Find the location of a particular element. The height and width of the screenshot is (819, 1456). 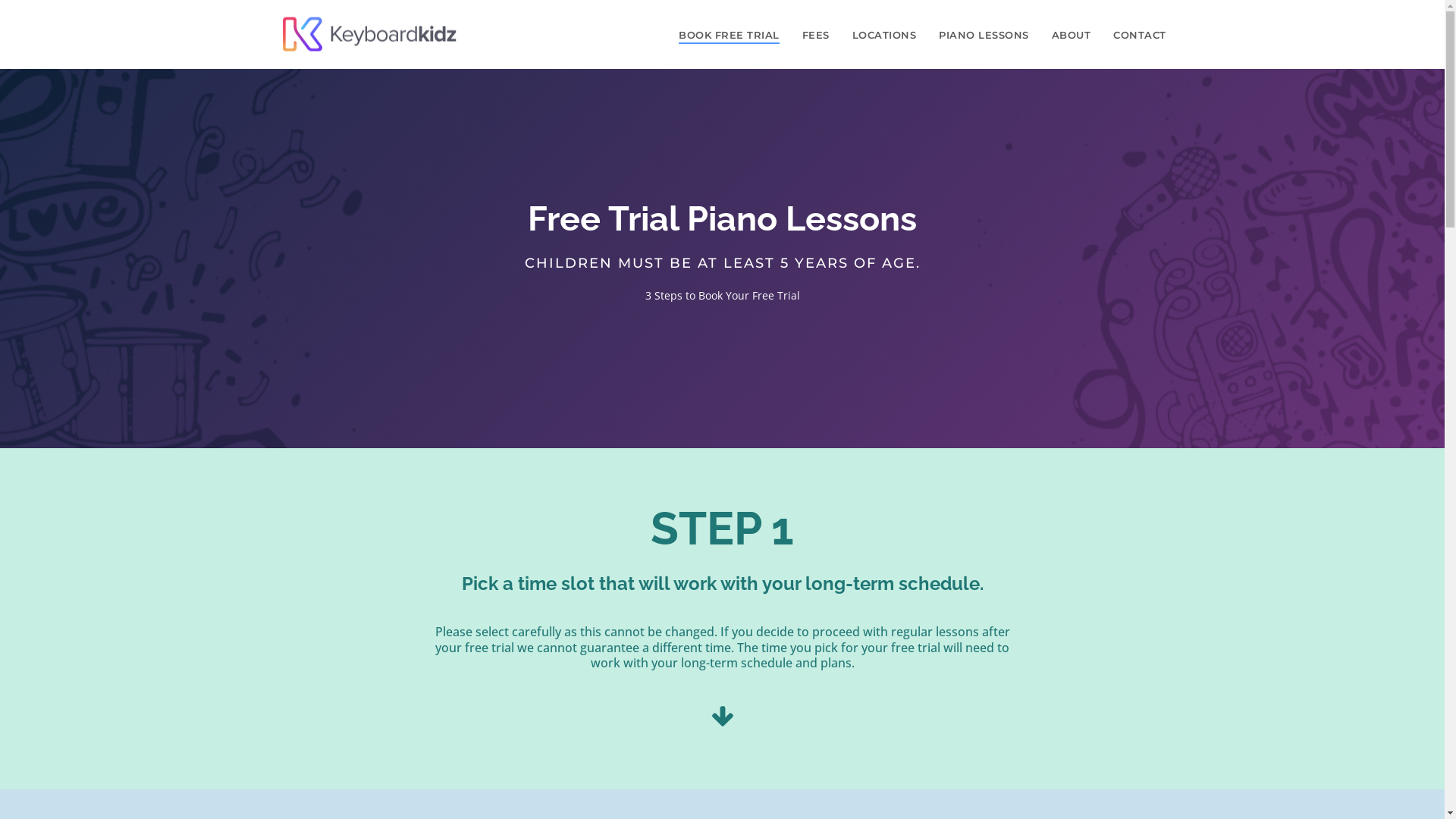

'PIANO LESSONS' is located at coordinates (984, 34).